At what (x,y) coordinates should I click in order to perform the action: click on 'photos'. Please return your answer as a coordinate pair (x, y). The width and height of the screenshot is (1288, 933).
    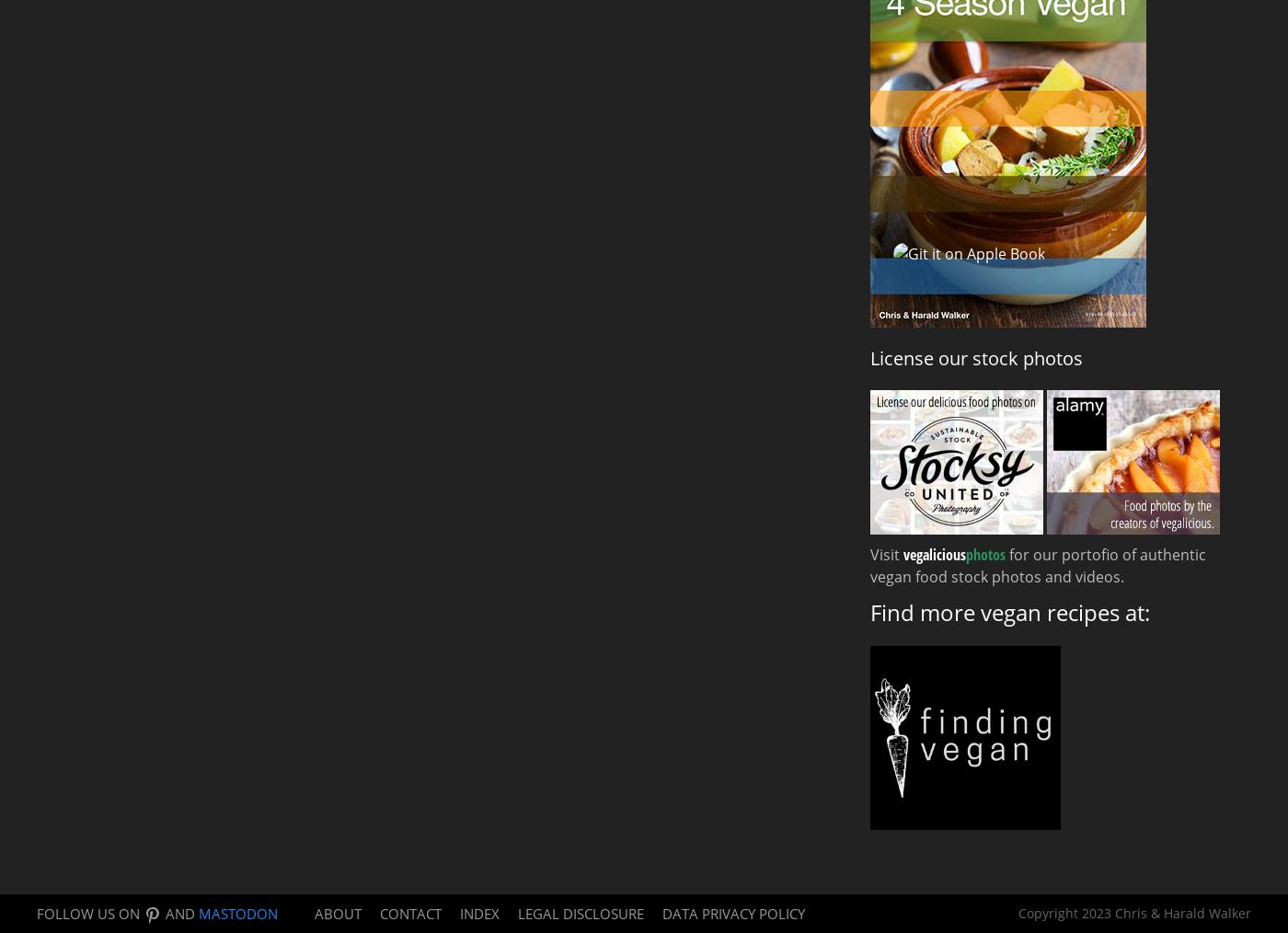
    Looking at the image, I should click on (966, 554).